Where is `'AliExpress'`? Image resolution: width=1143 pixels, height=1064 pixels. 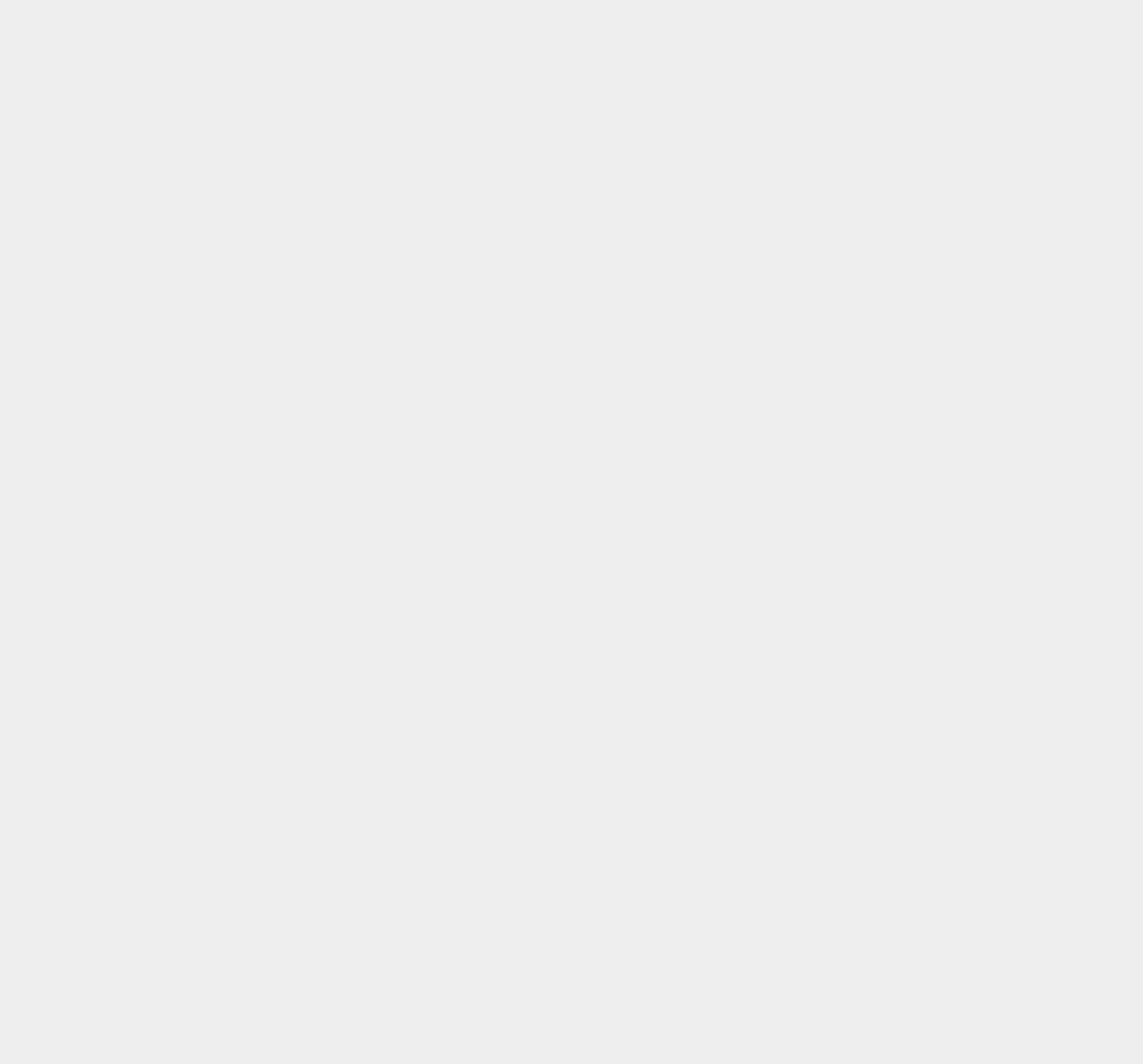 'AliExpress' is located at coordinates (839, 880).